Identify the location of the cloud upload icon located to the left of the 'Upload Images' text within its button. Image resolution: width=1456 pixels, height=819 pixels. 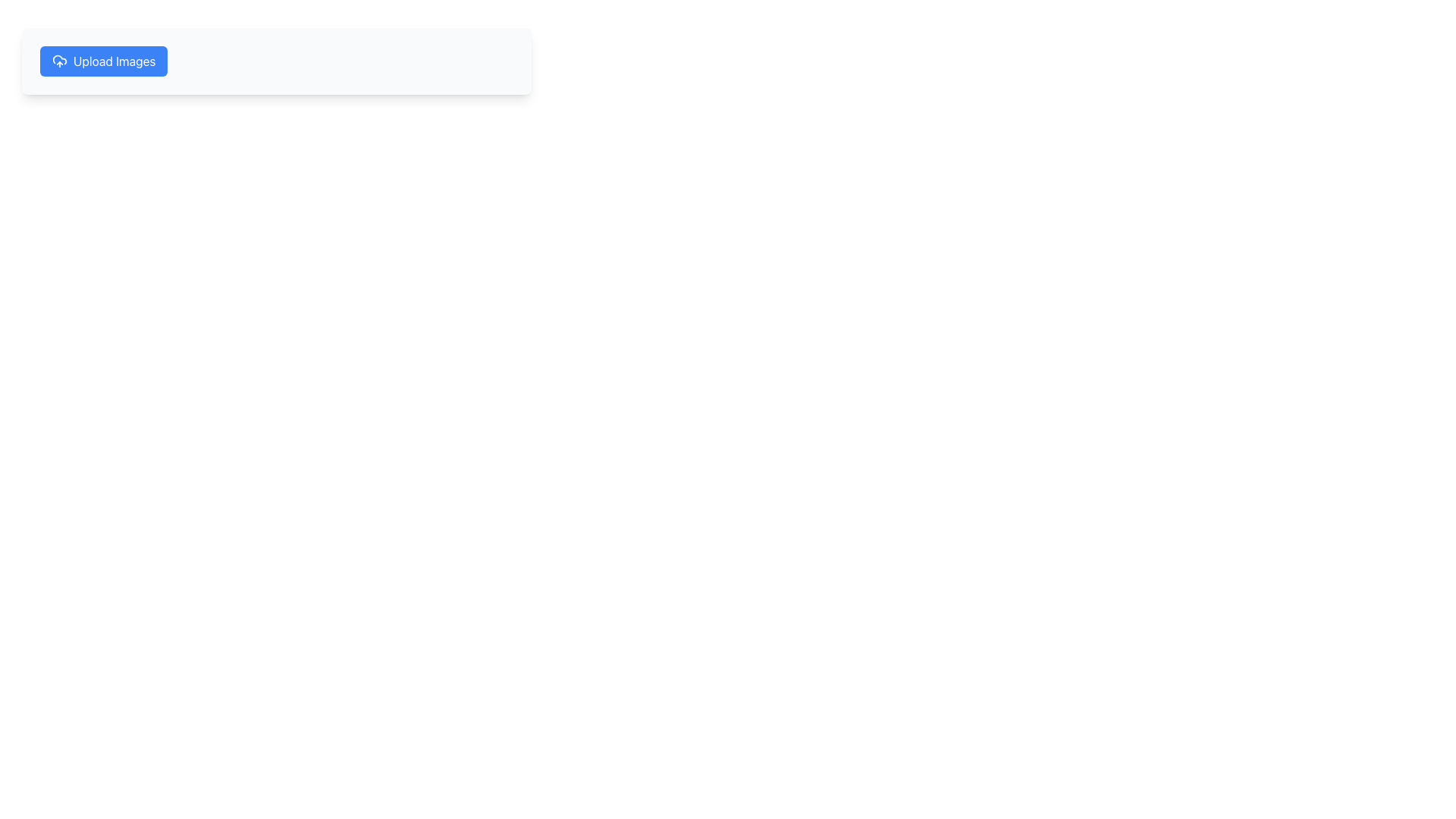
(59, 61).